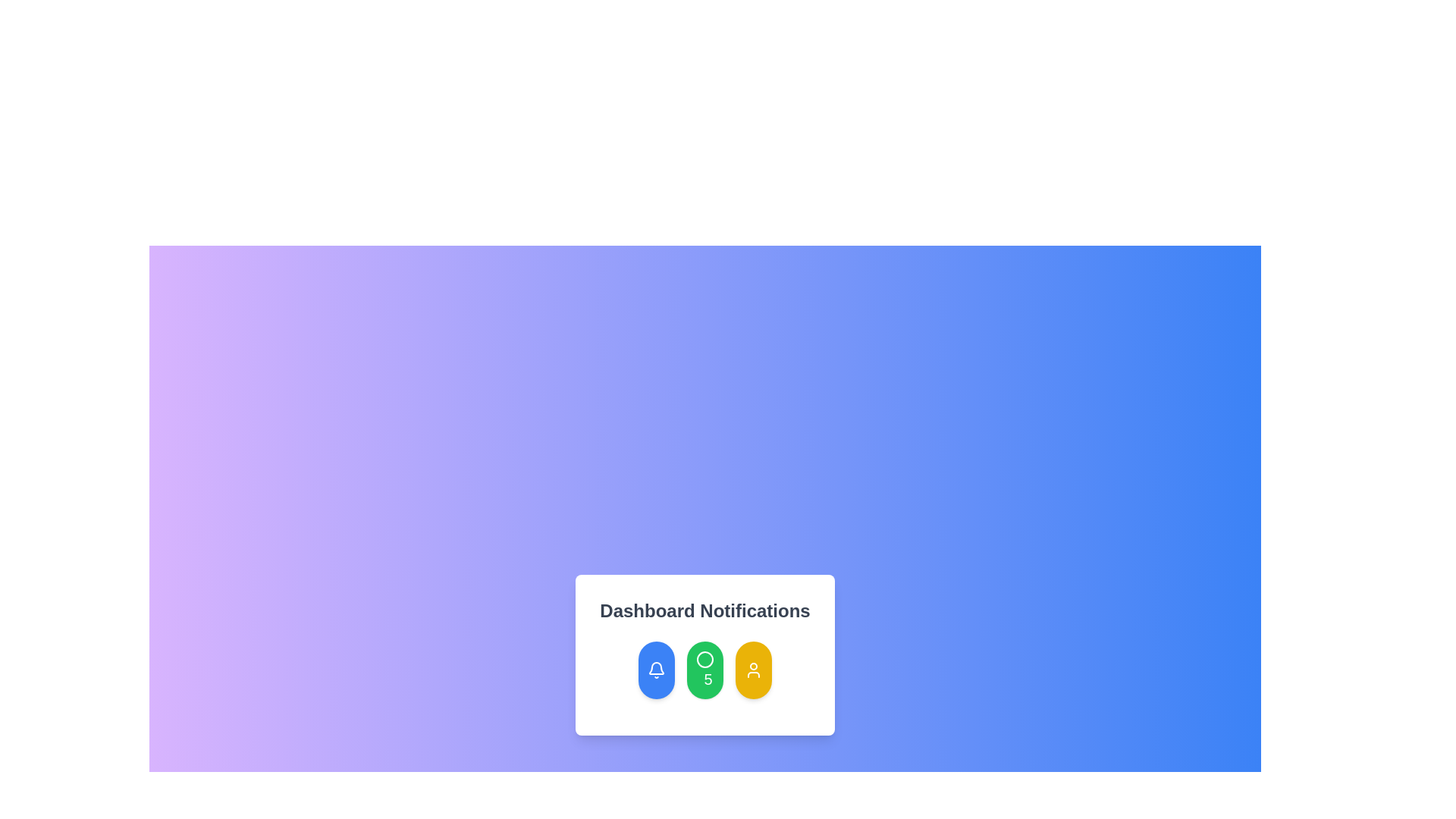 The height and width of the screenshot is (819, 1456). I want to click on the circular button with a blue background and a white bell icon, so click(656, 669).